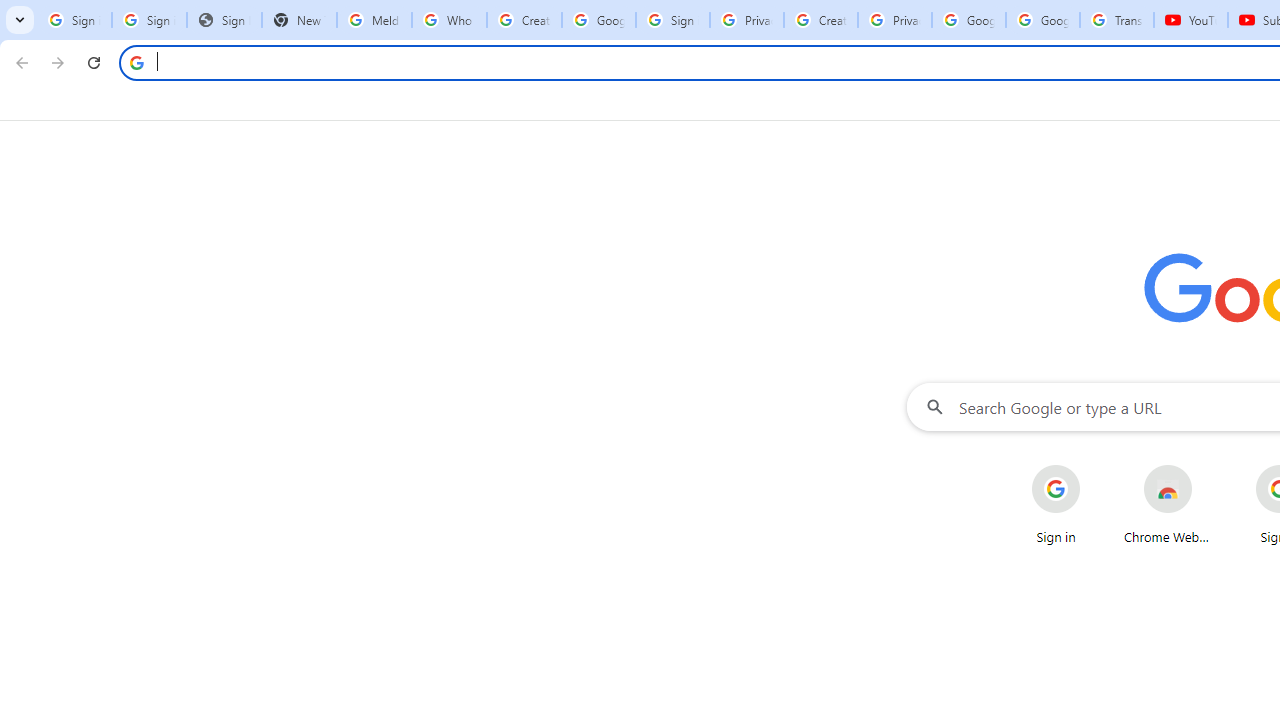 This screenshot has height=720, width=1280. I want to click on 'Create your Google Account', so click(820, 20).